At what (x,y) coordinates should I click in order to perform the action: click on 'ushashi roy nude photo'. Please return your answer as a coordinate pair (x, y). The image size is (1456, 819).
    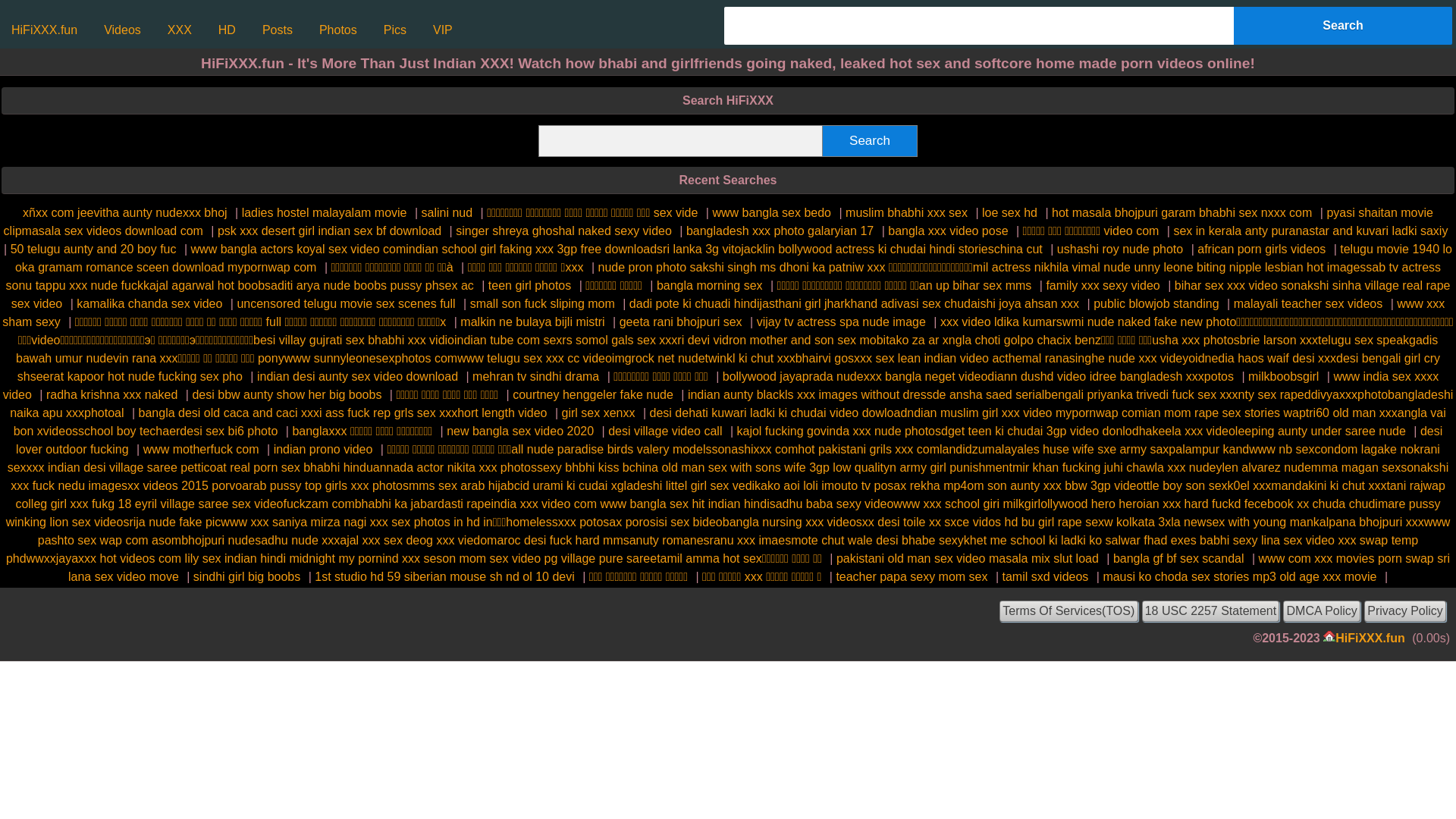
    Looking at the image, I should click on (1120, 248).